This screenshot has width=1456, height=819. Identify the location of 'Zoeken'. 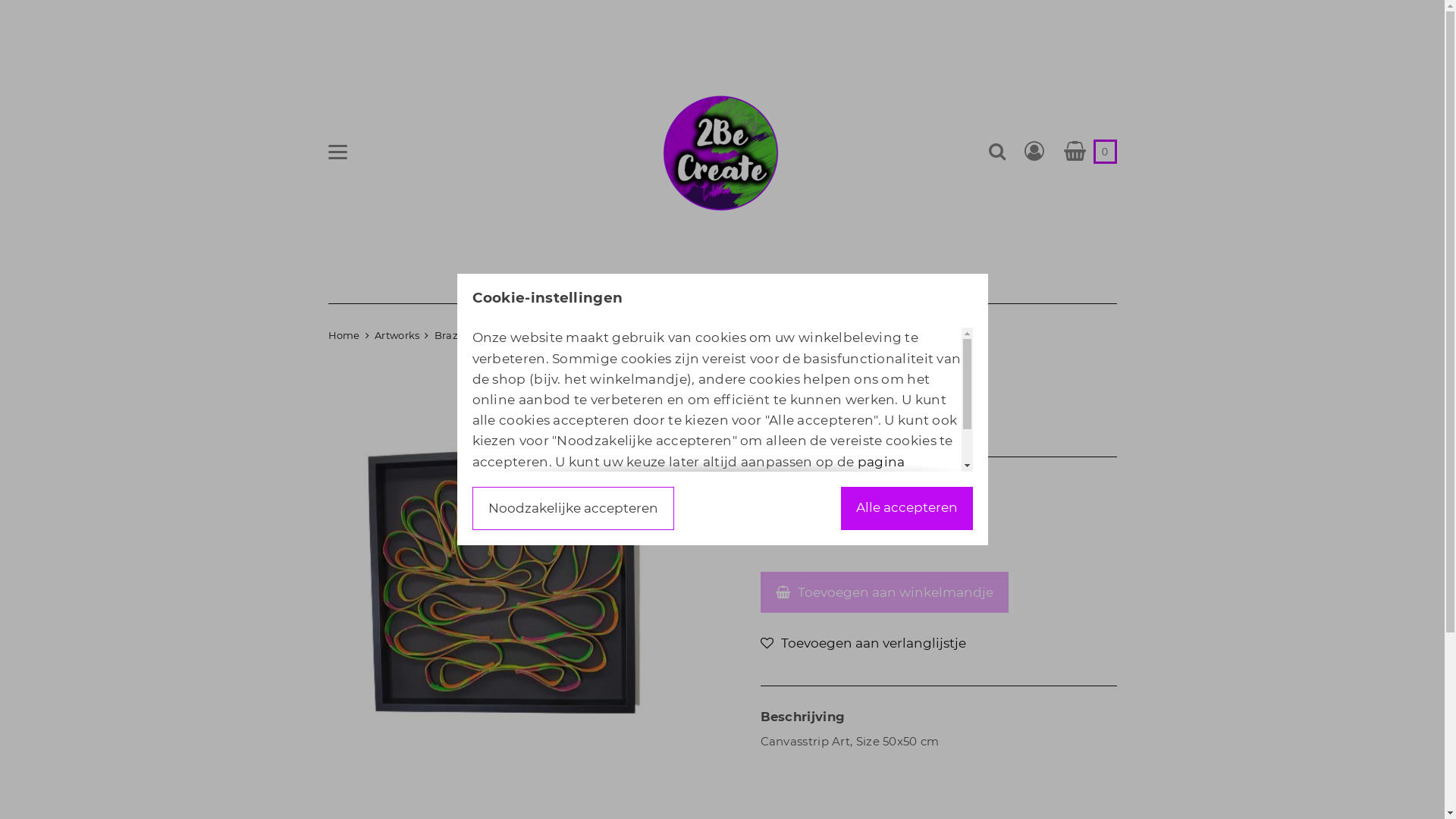
(996, 151).